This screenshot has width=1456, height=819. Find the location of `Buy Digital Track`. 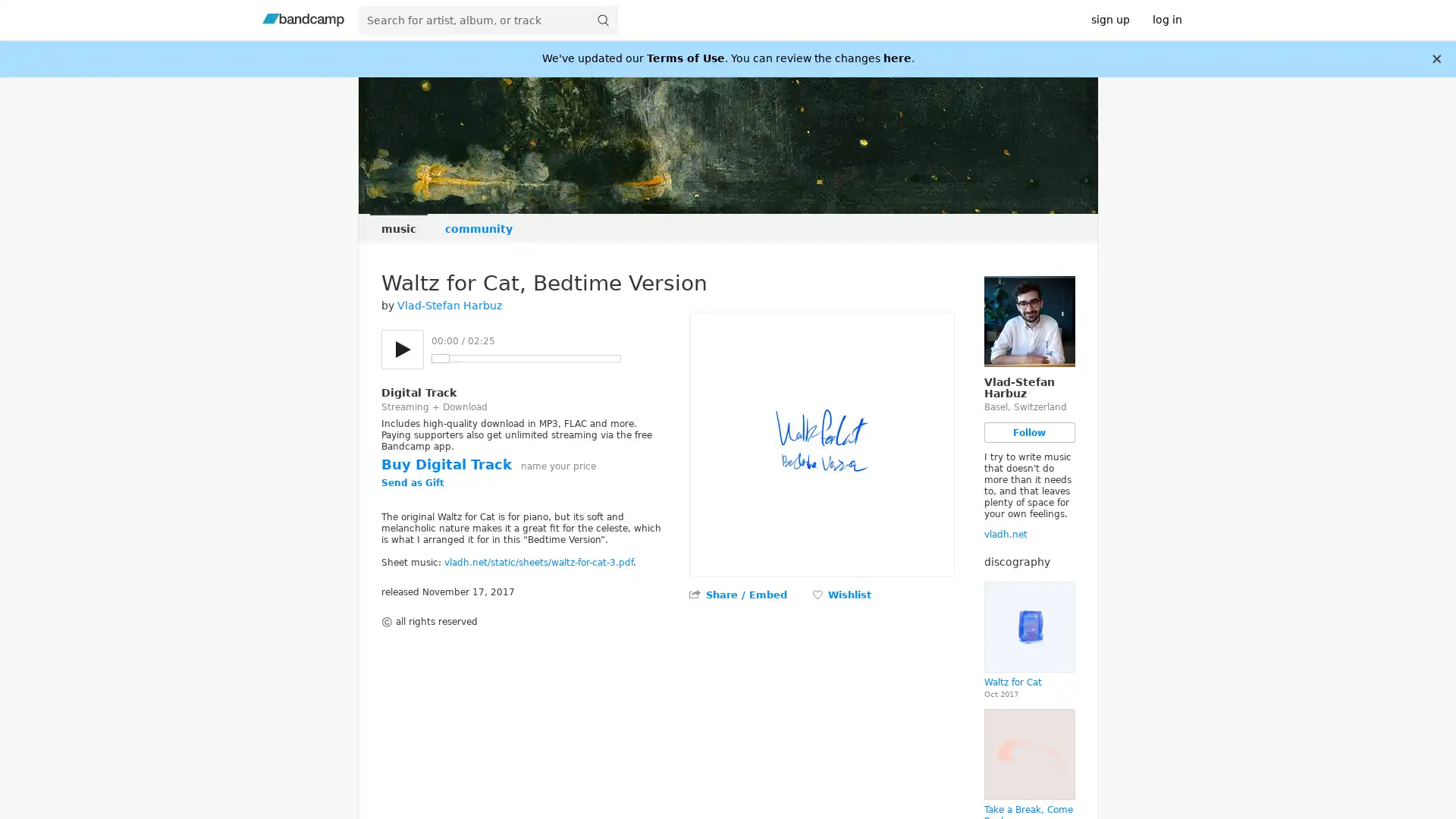

Buy Digital Track is located at coordinates (445, 464).